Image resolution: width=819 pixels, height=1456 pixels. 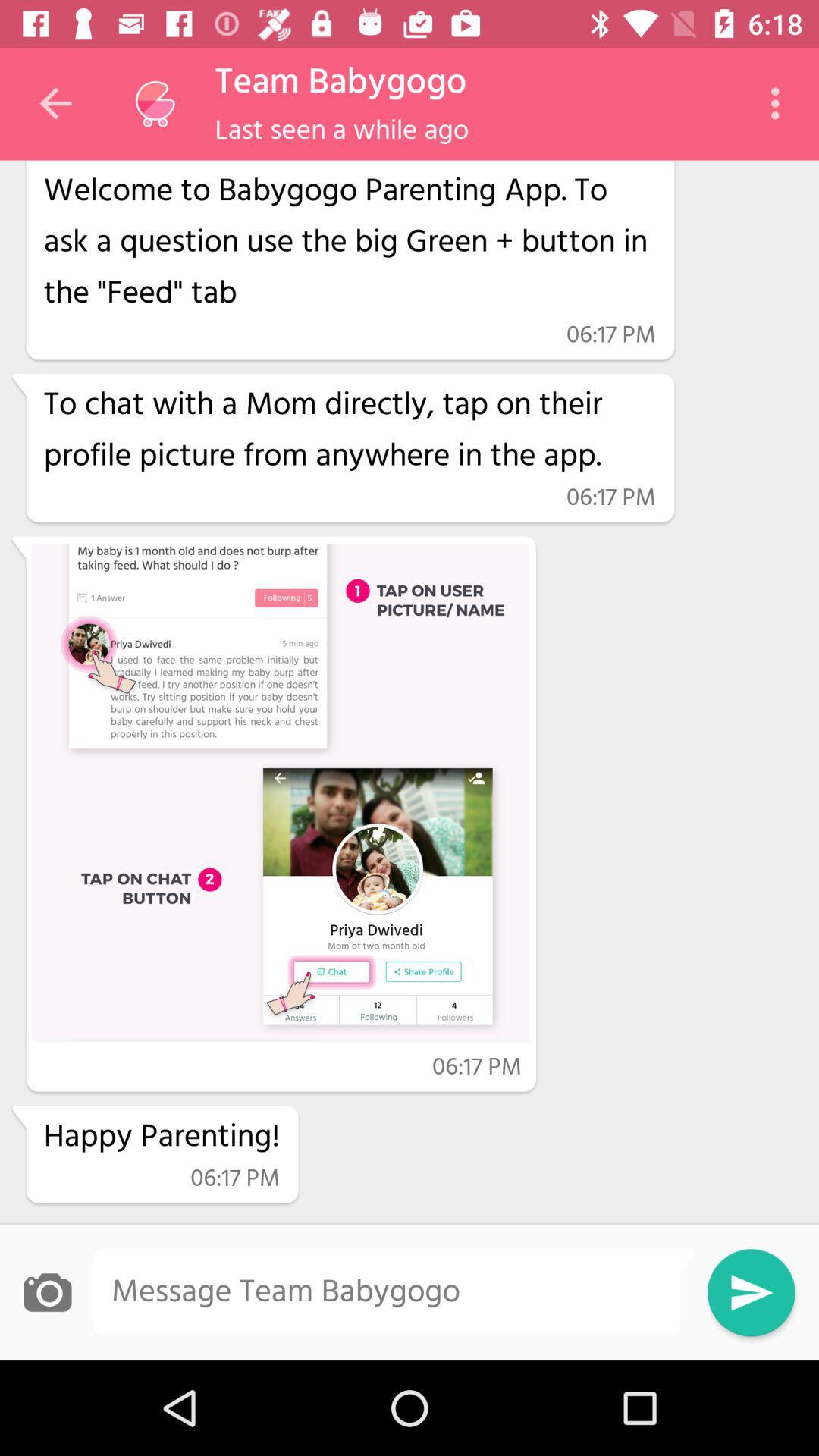 I want to click on the item above the 06:17 pm icon, so click(x=350, y=238).